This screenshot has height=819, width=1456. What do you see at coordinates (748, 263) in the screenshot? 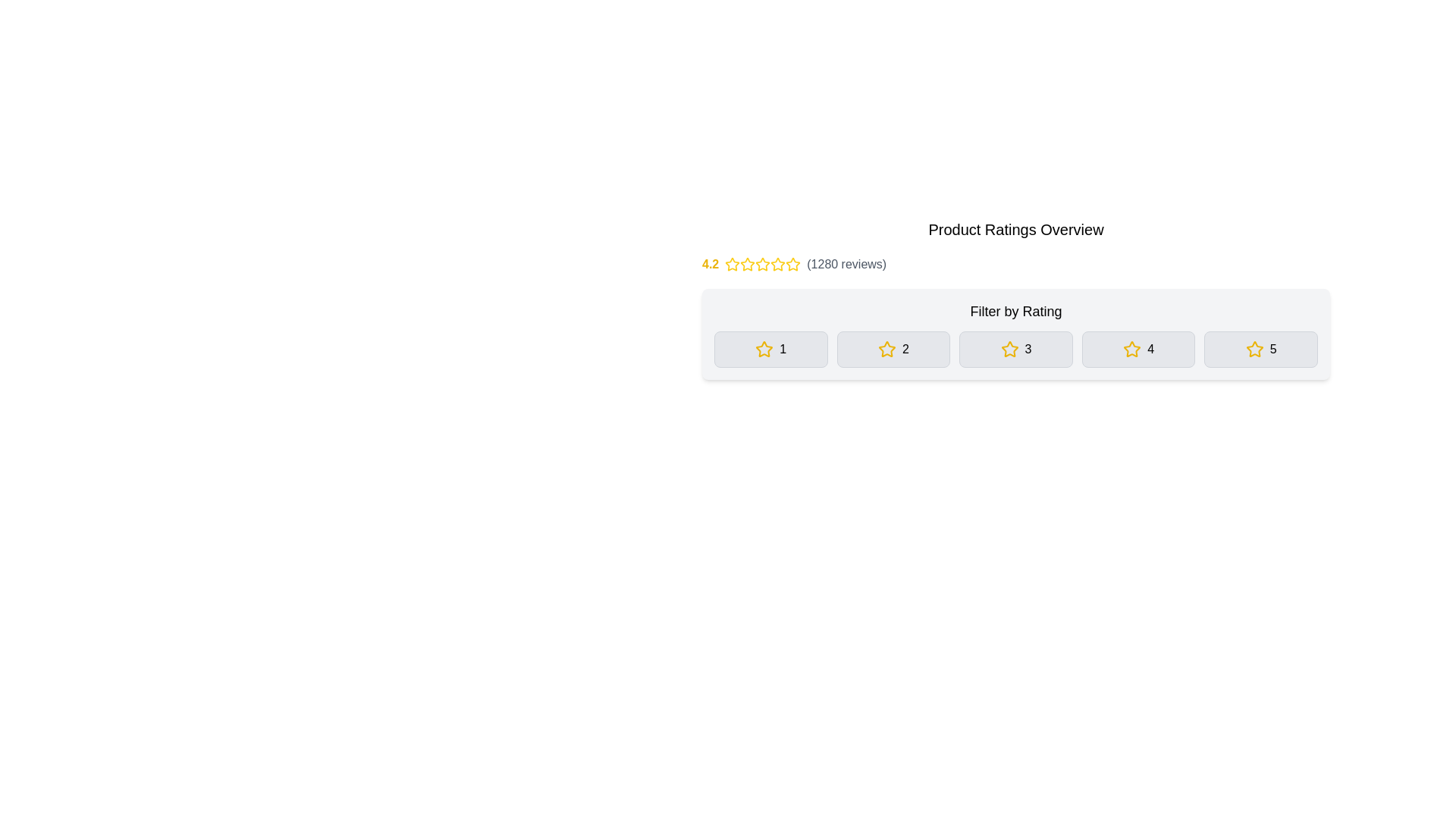
I see `the yellow outlined star icon with a white fill, which is the second star in a horizontal sequence representing an empty star in a rating system` at bounding box center [748, 263].